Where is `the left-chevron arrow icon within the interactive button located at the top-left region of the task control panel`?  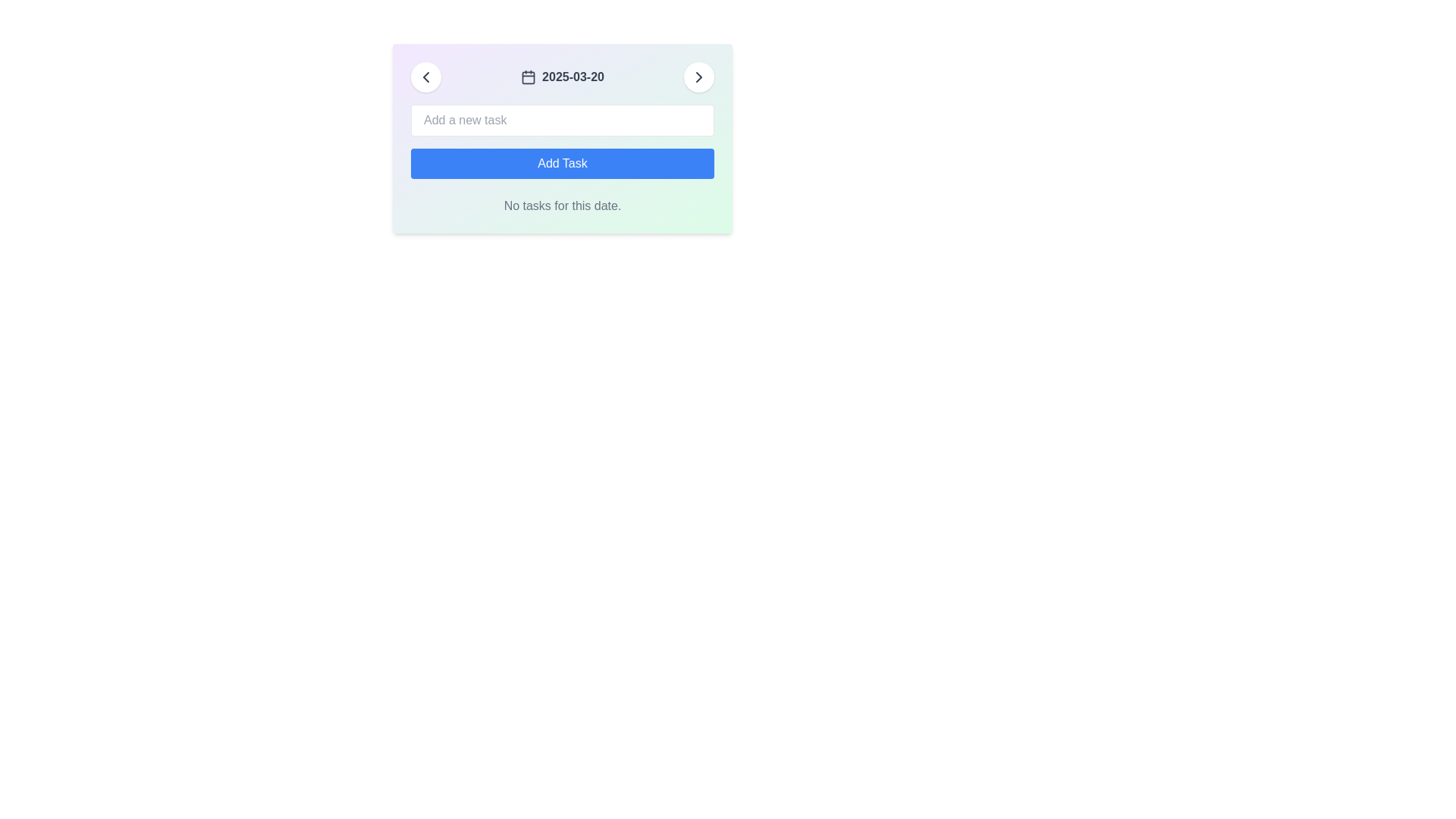 the left-chevron arrow icon within the interactive button located at the top-left region of the task control panel is located at coordinates (425, 77).